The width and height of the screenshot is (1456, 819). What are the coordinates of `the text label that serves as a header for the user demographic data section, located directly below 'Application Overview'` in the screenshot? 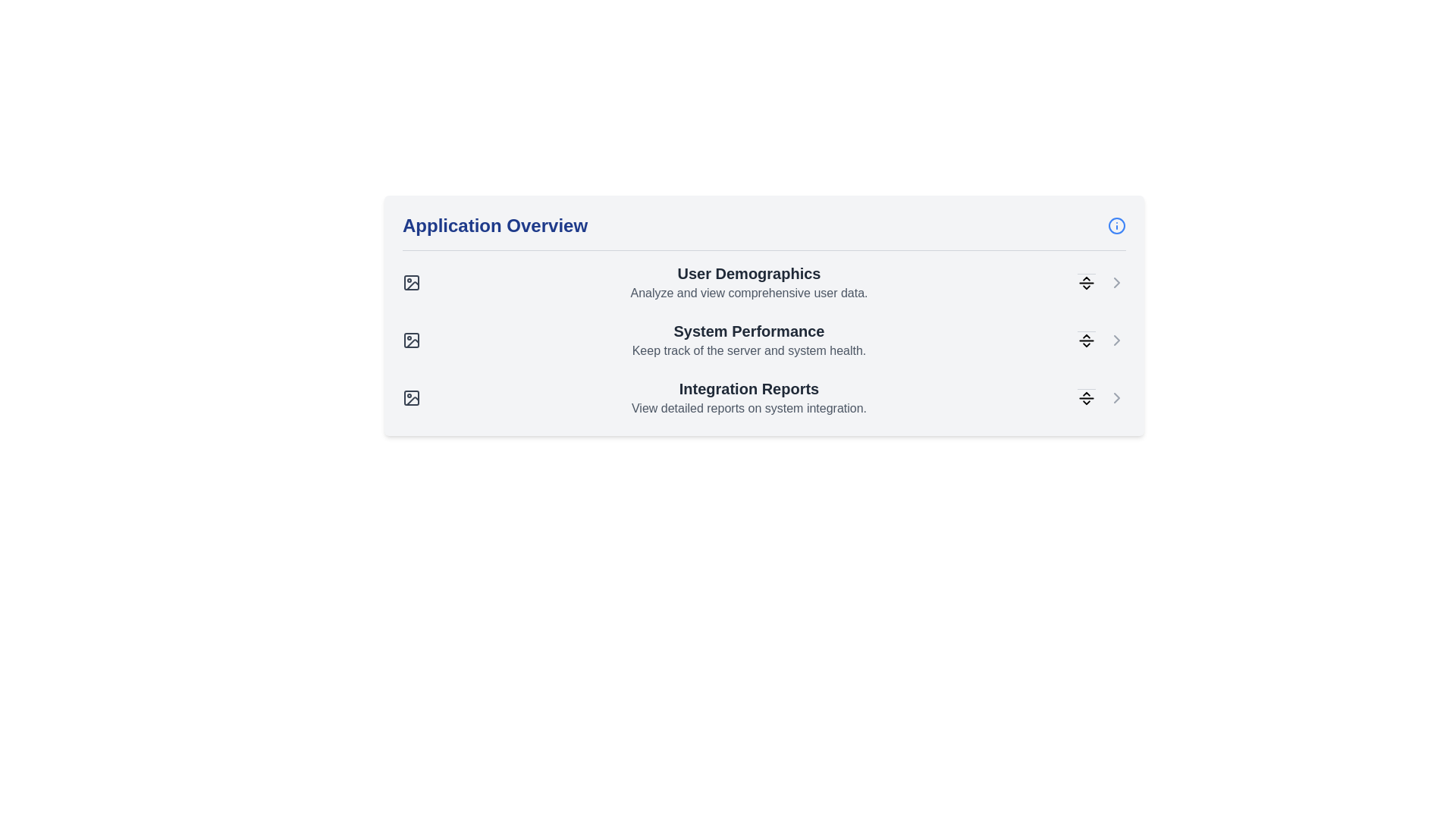 It's located at (749, 274).